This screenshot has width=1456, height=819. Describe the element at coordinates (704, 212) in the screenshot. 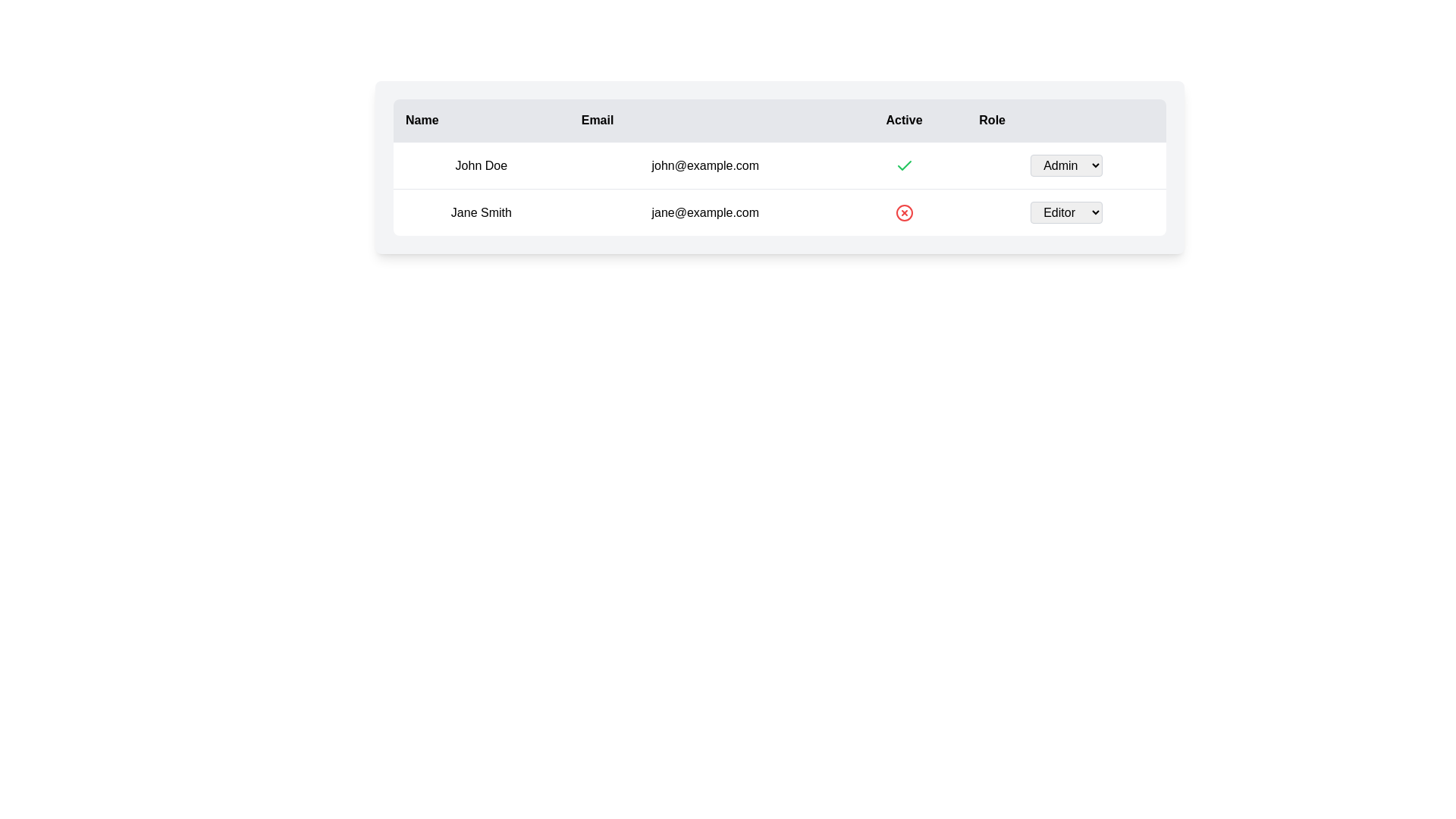

I see `the static text element displaying 'jane@example.com', which is located in the second row of the table under the 'Email' column` at that location.